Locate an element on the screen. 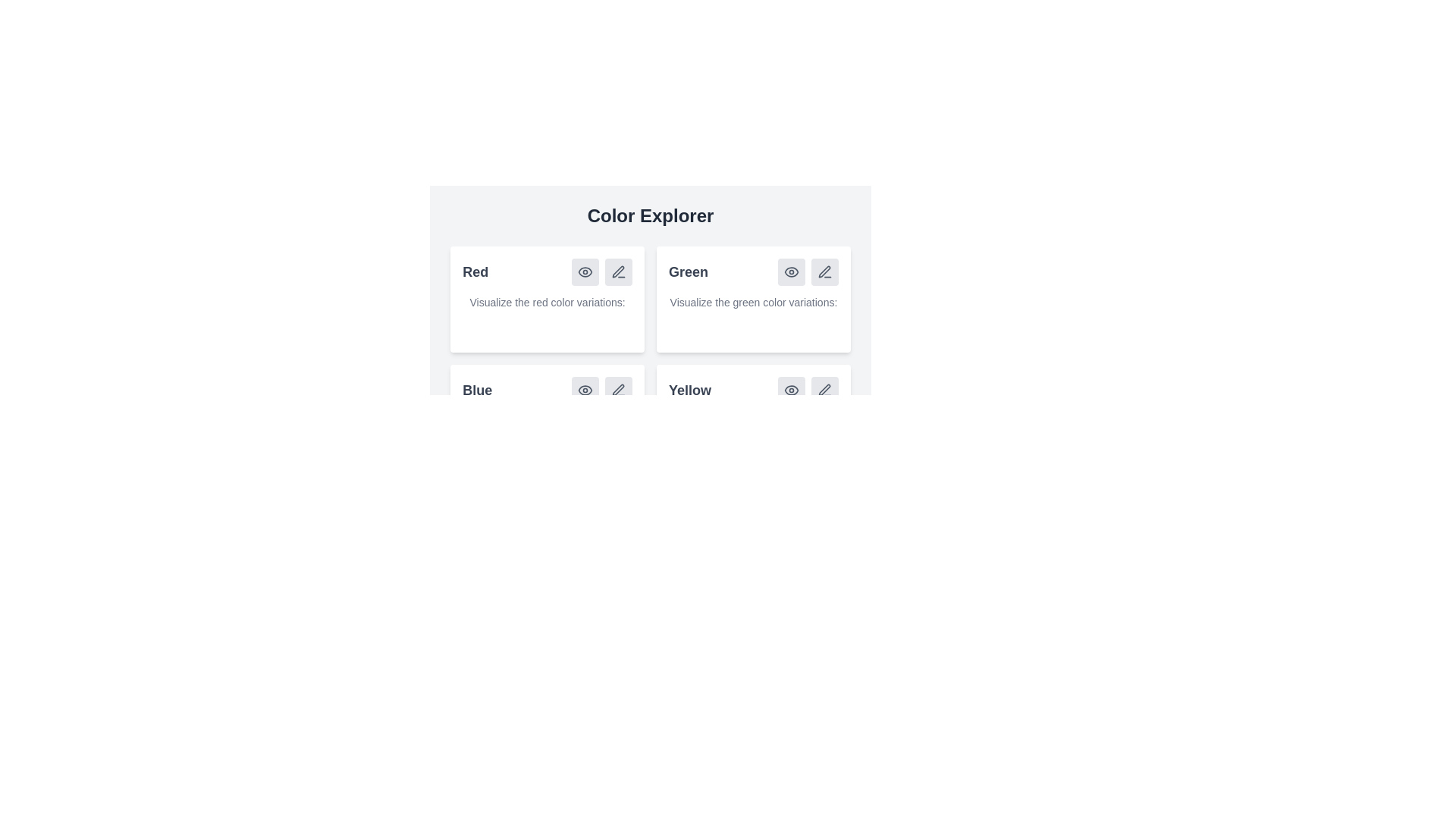 The image size is (1456, 819). text label that says 'Visualize the red color variations:' located in the upper central area of the card section for the 'Red' color explorer interface is located at coordinates (547, 317).